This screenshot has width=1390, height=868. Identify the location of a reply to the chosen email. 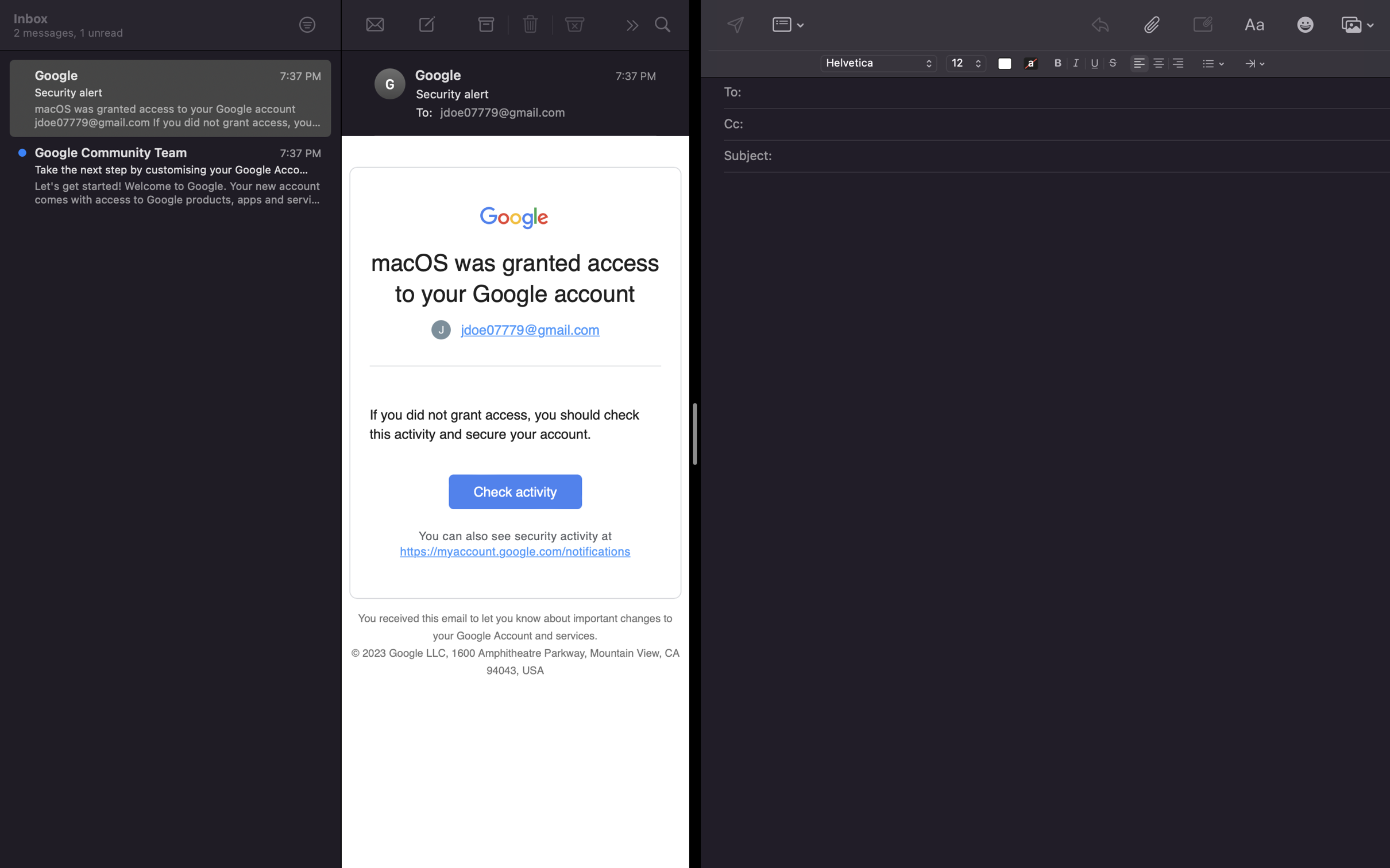
(630, 26).